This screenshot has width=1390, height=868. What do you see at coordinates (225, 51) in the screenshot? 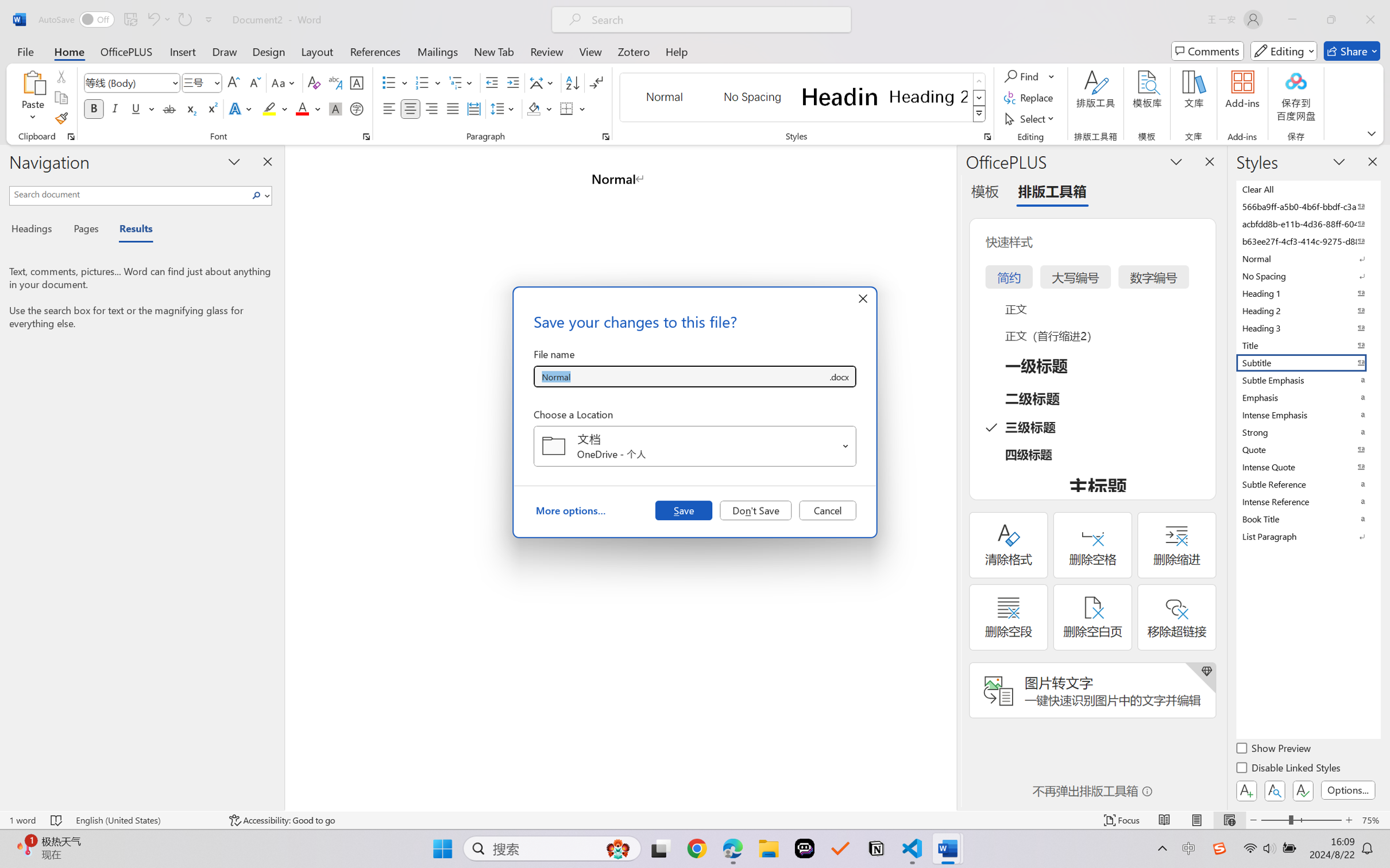
I see `'Draw'` at bounding box center [225, 51].